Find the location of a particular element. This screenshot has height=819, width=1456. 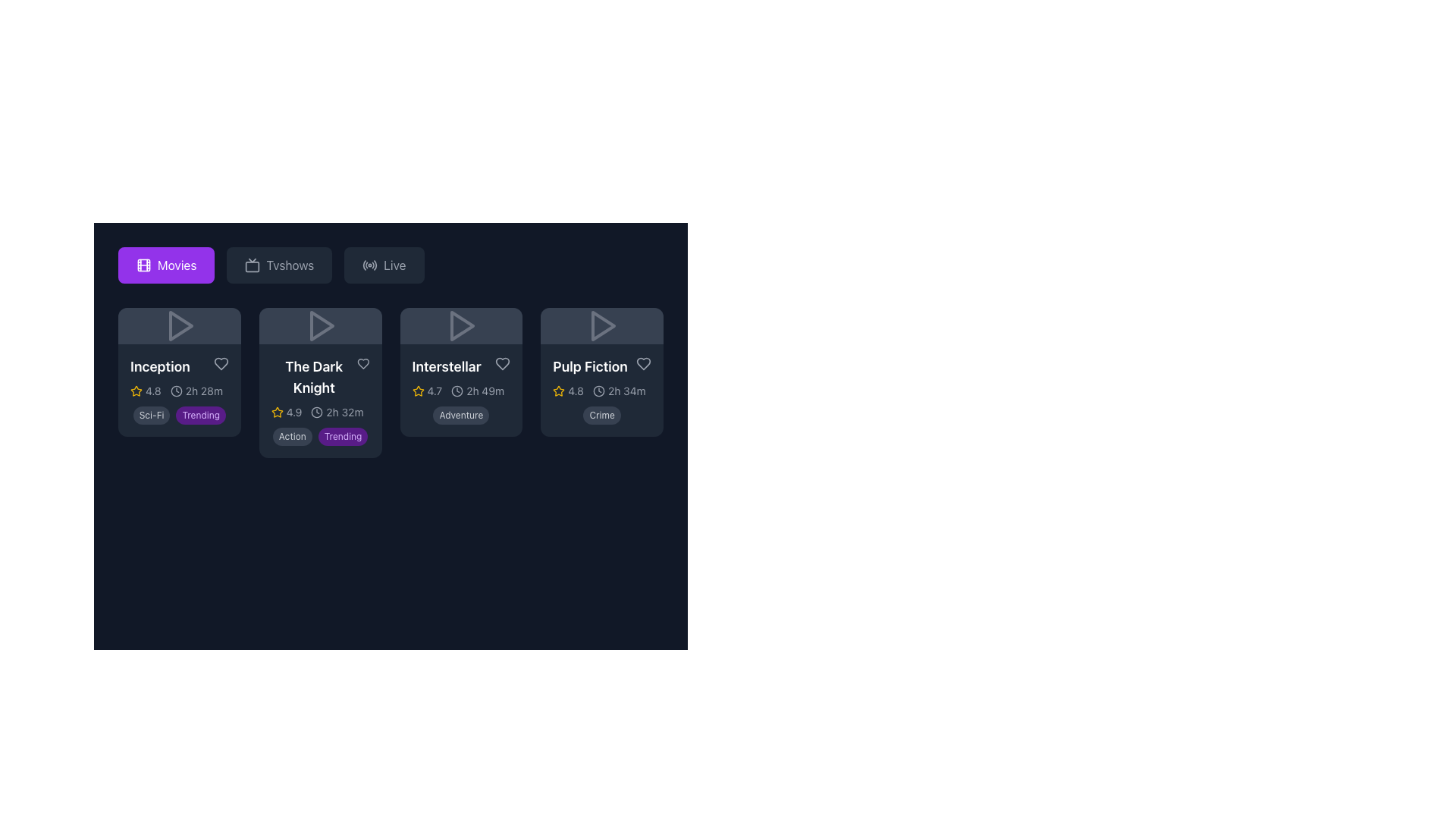

the 'Tvshows' text label in the navigation bar is located at coordinates (290, 265).